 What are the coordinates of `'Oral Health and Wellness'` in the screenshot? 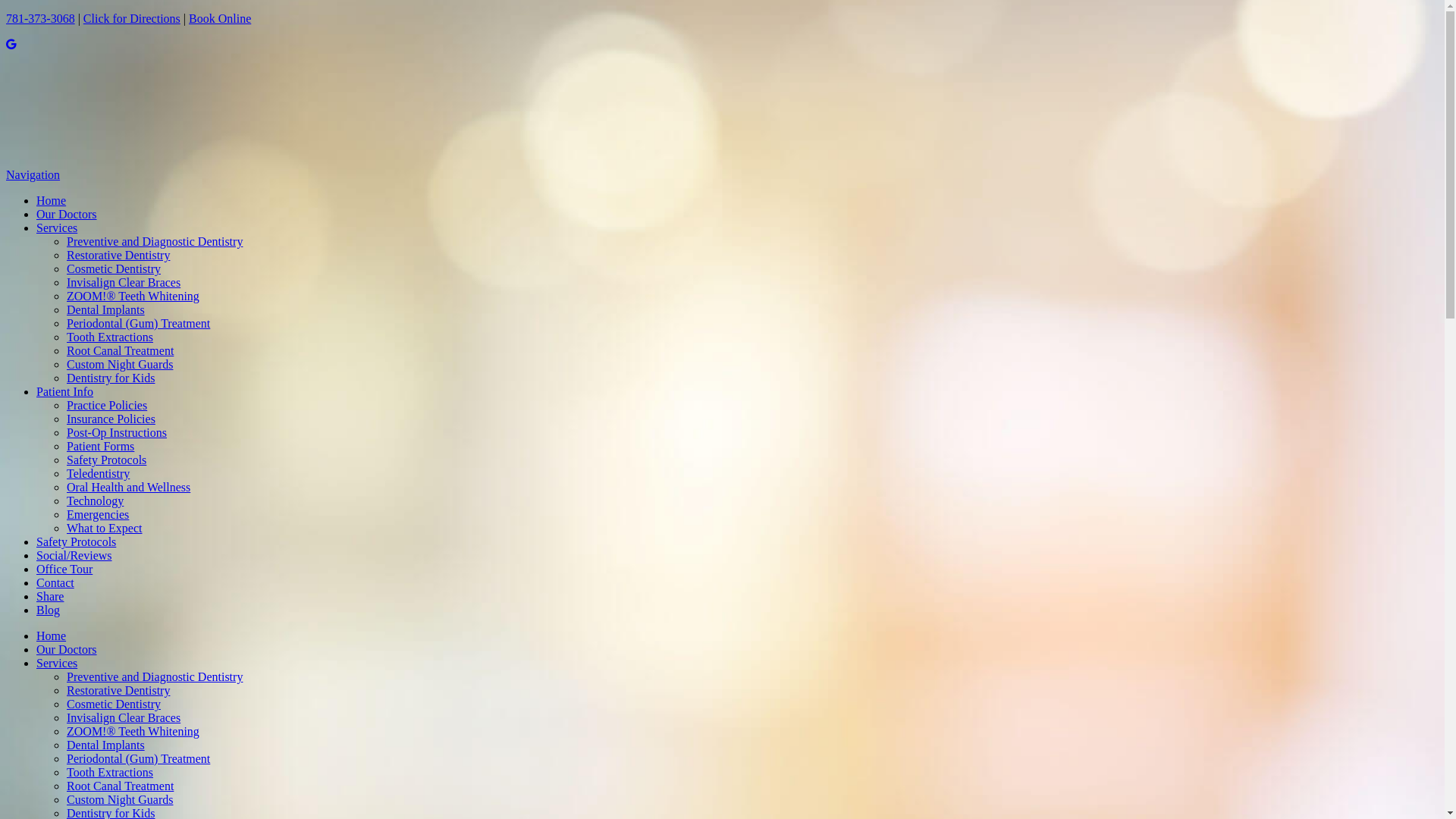 It's located at (128, 487).